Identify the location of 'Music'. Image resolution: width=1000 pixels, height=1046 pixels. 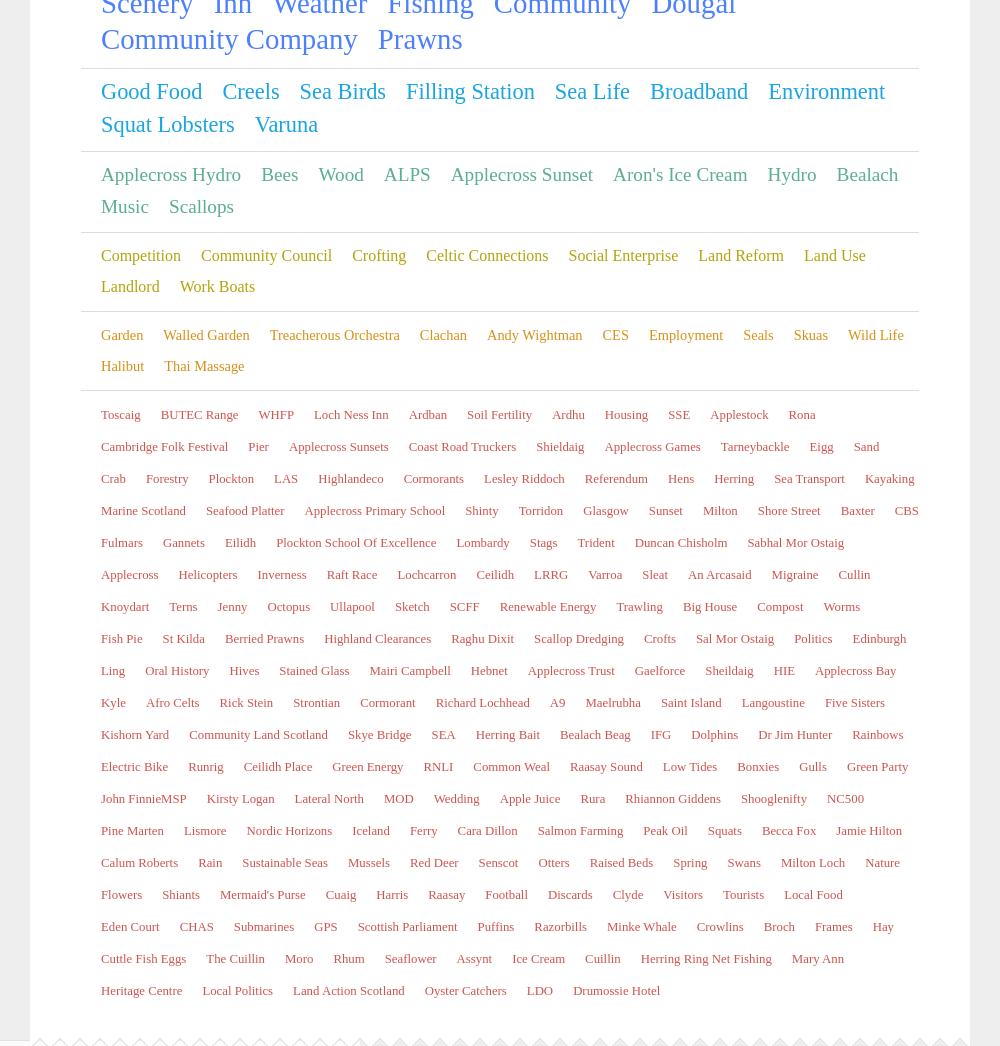
(613, 997).